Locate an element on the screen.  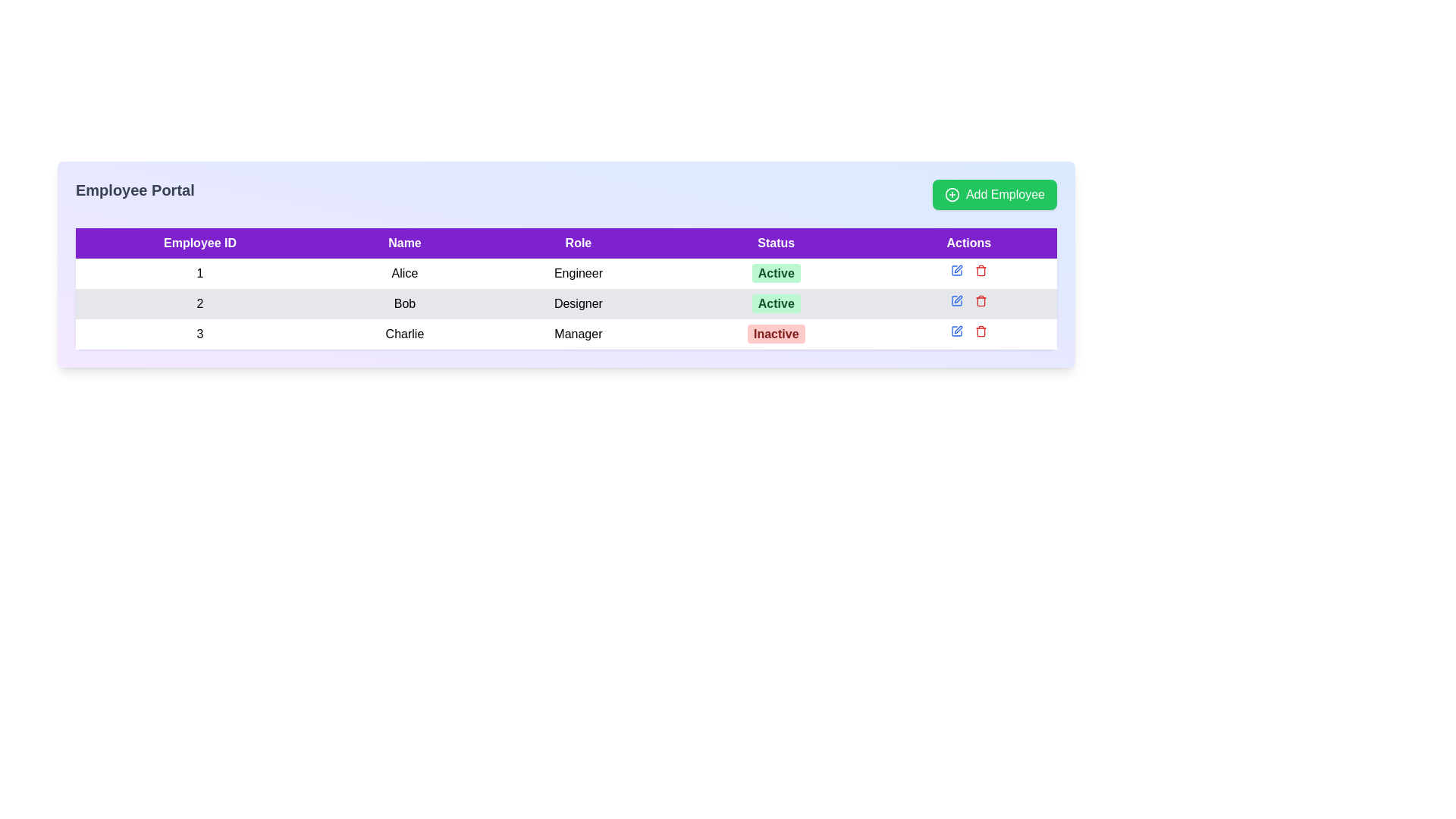
the edit button in the 'Actions' column of the second row corresponding to user 'Bob' is located at coordinates (957, 268).